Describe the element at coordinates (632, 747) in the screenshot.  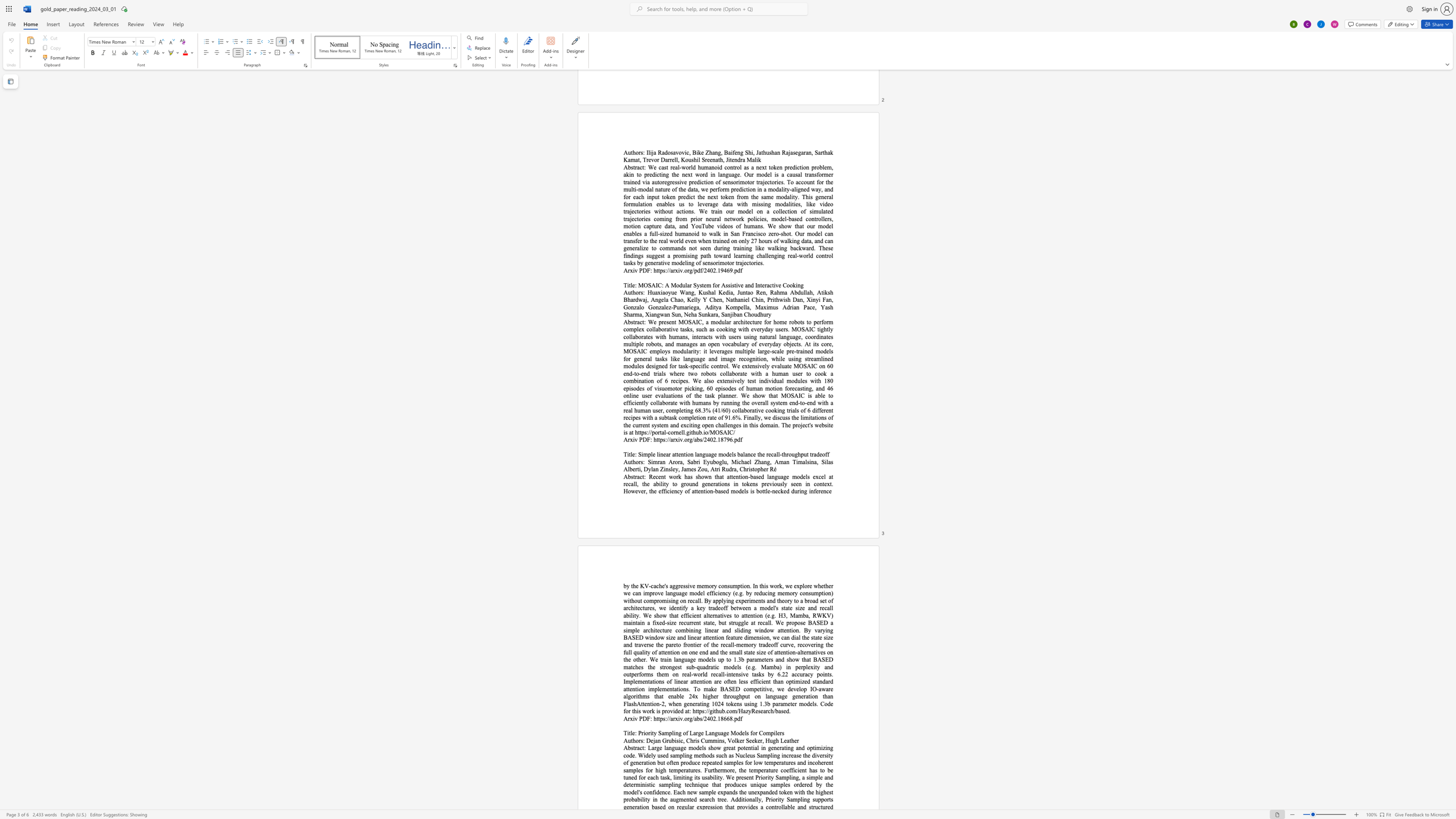
I see `the 1th character "s" in the text` at that location.